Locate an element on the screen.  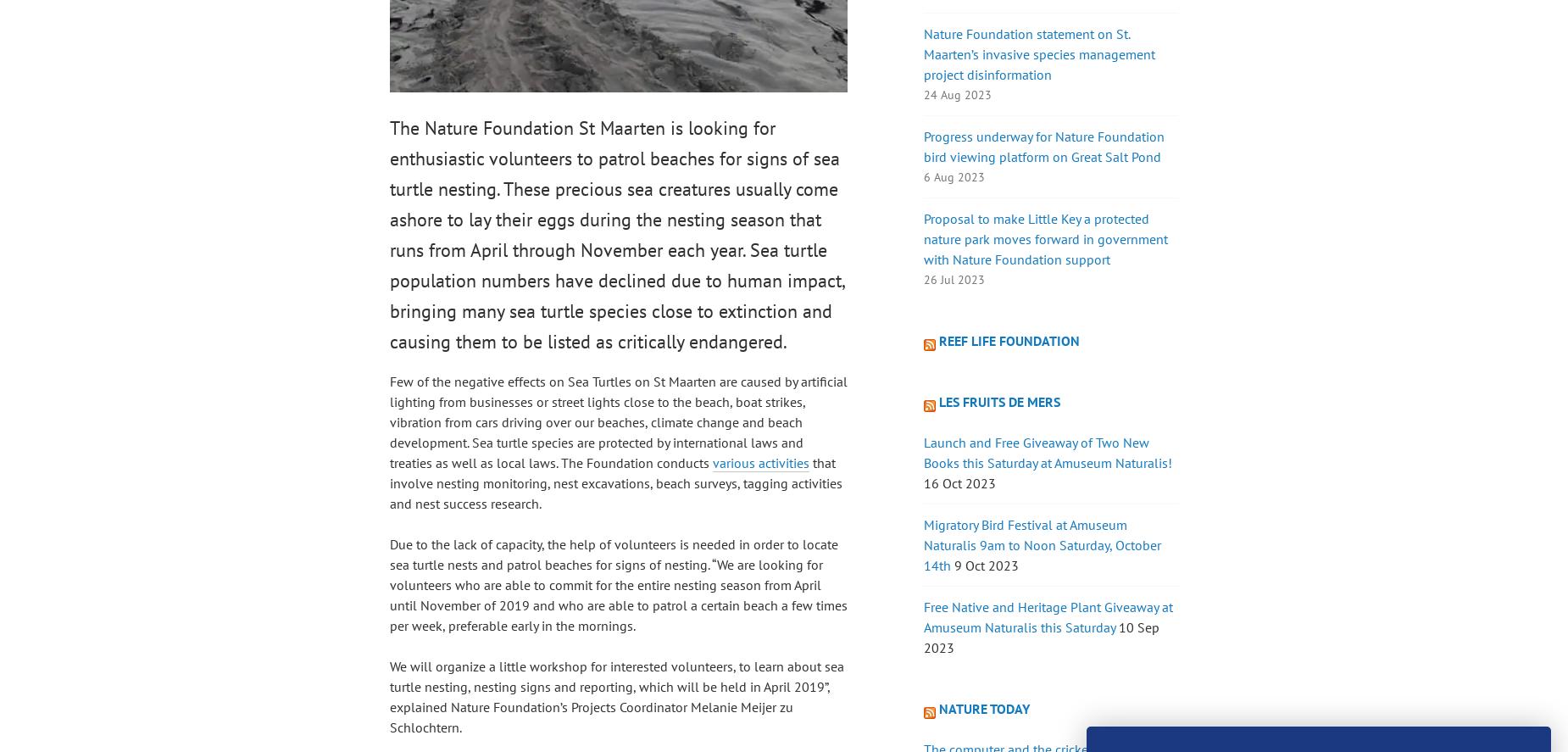
'Les Fruits de Mers' is located at coordinates (998, 401).